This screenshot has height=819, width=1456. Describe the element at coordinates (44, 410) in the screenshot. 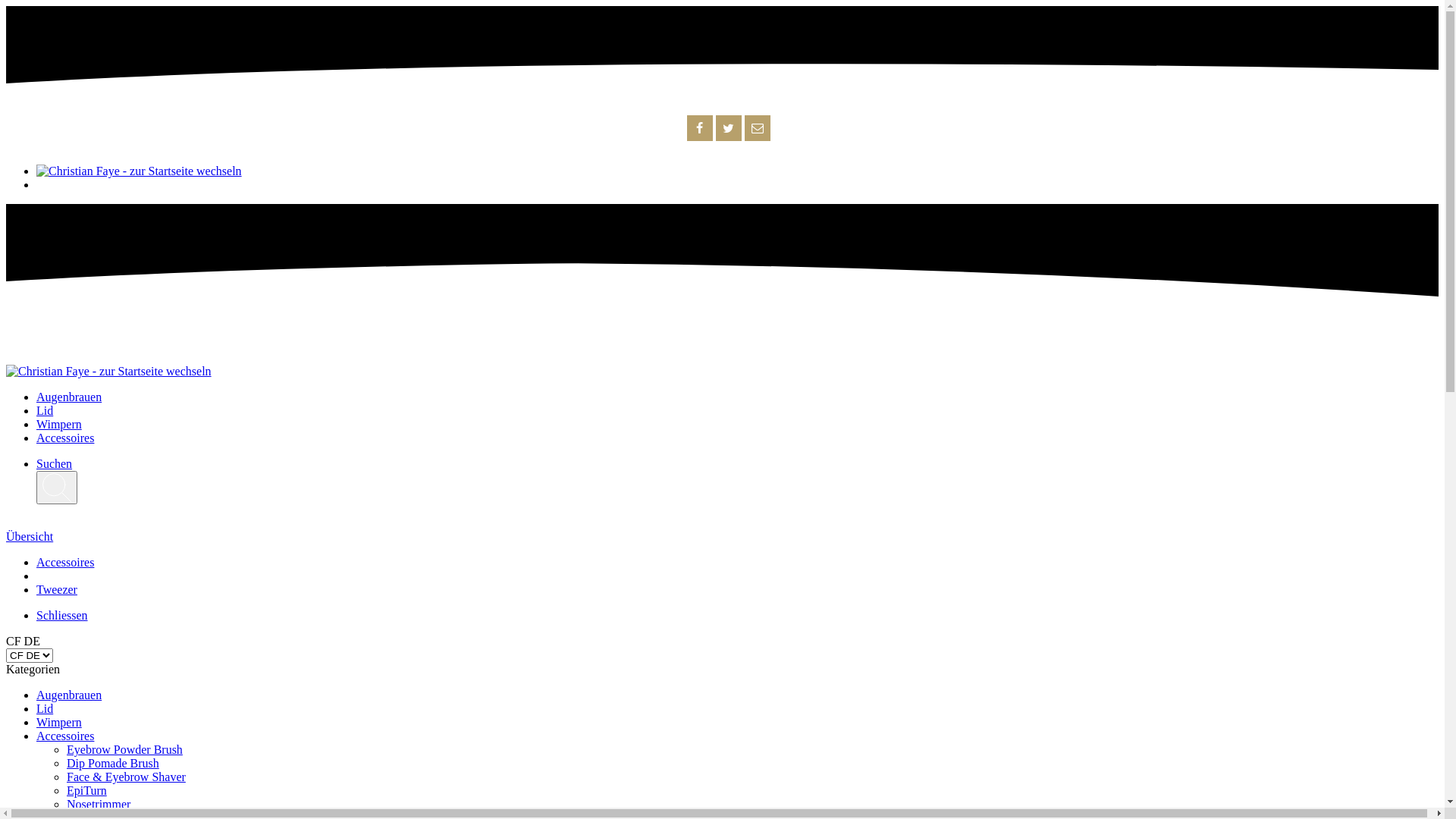

I see `'Lid'` at that location.